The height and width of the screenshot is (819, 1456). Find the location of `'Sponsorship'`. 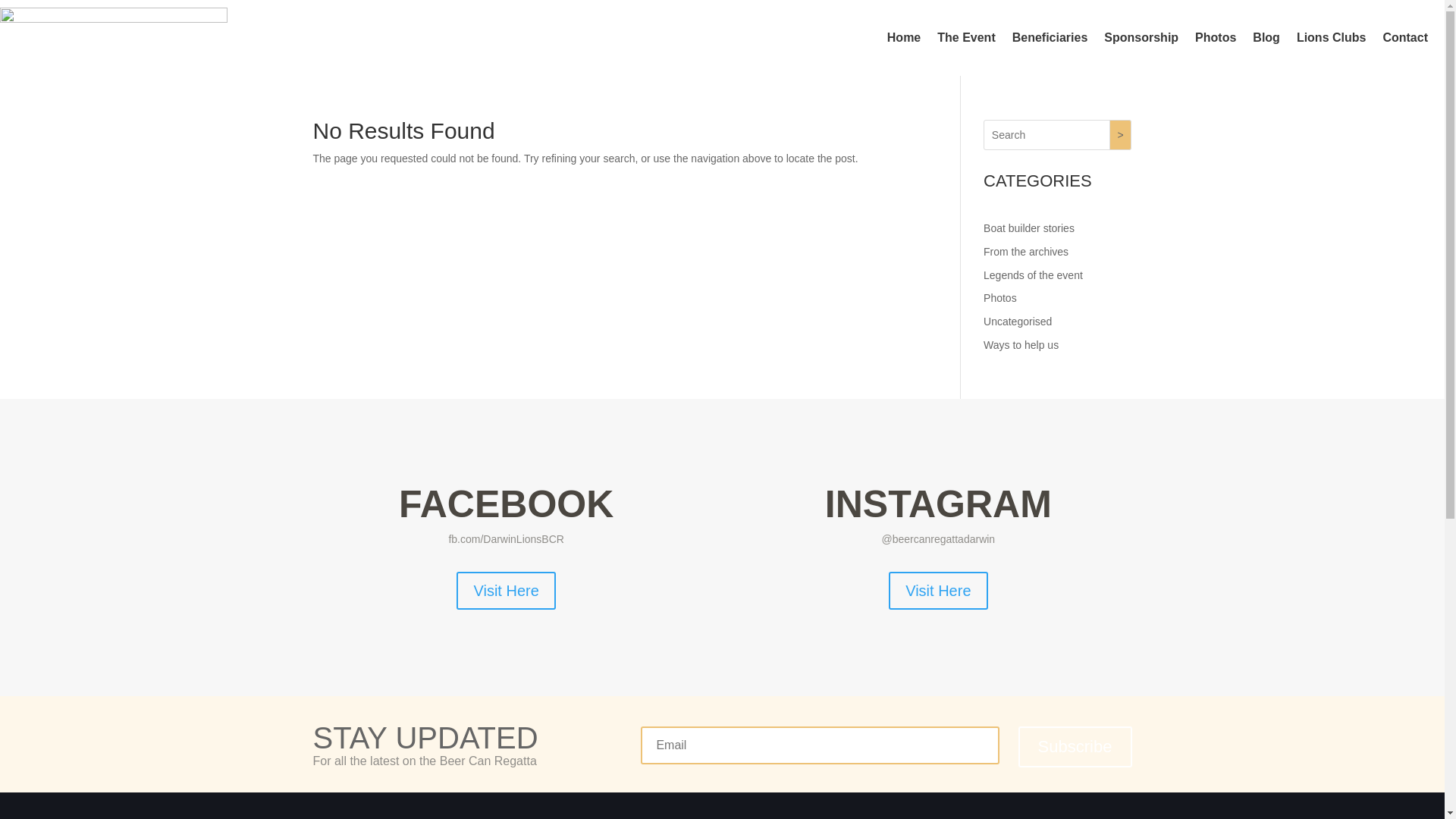

'Sponsorship' is located at coordinates (1141, 37).